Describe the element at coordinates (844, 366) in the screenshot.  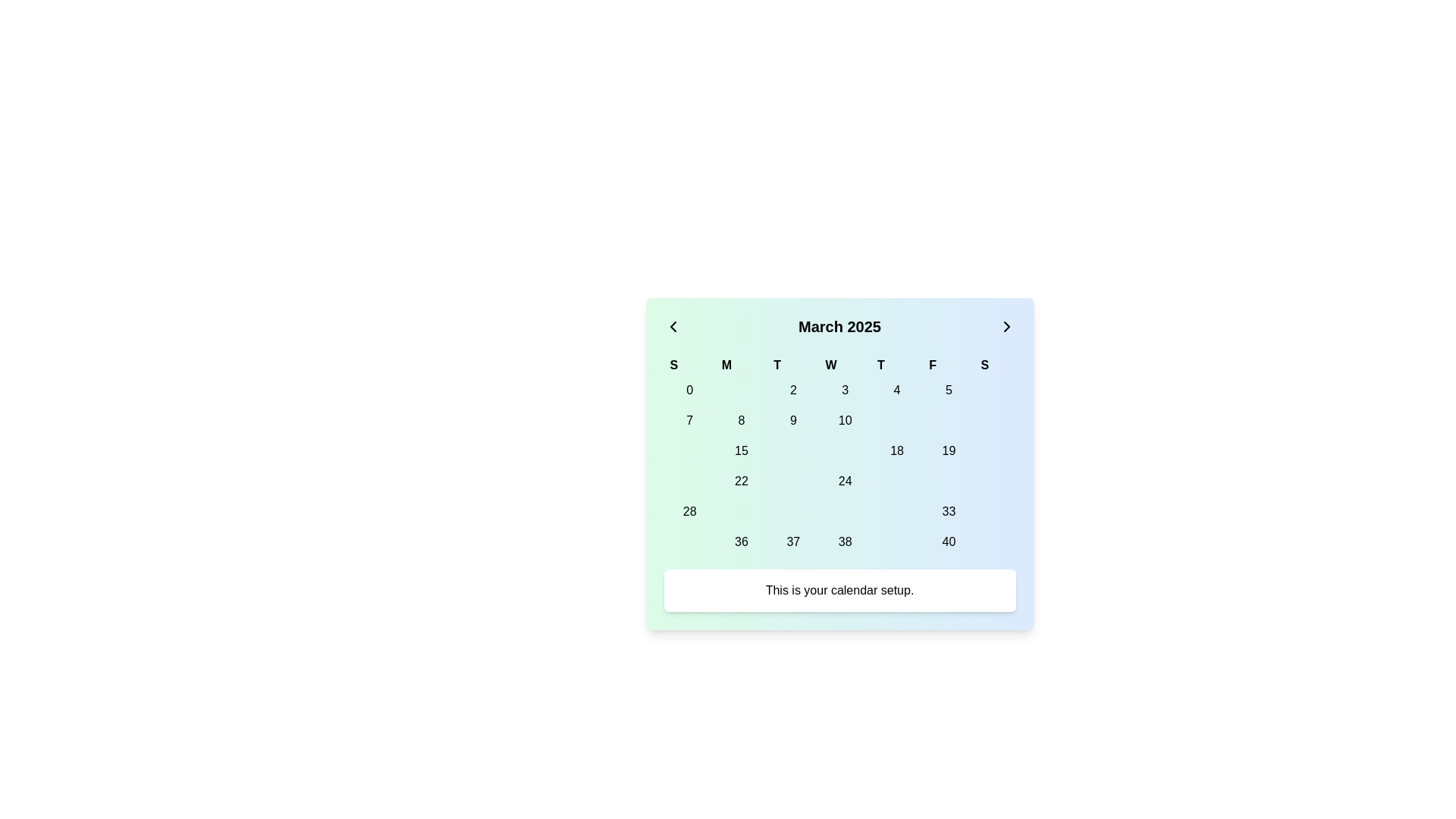
I see `the bold, black uppercase letter 'W' in the calendar view, which is positioned fourth among the days of the week, under the title 'March 2025'` at that location.